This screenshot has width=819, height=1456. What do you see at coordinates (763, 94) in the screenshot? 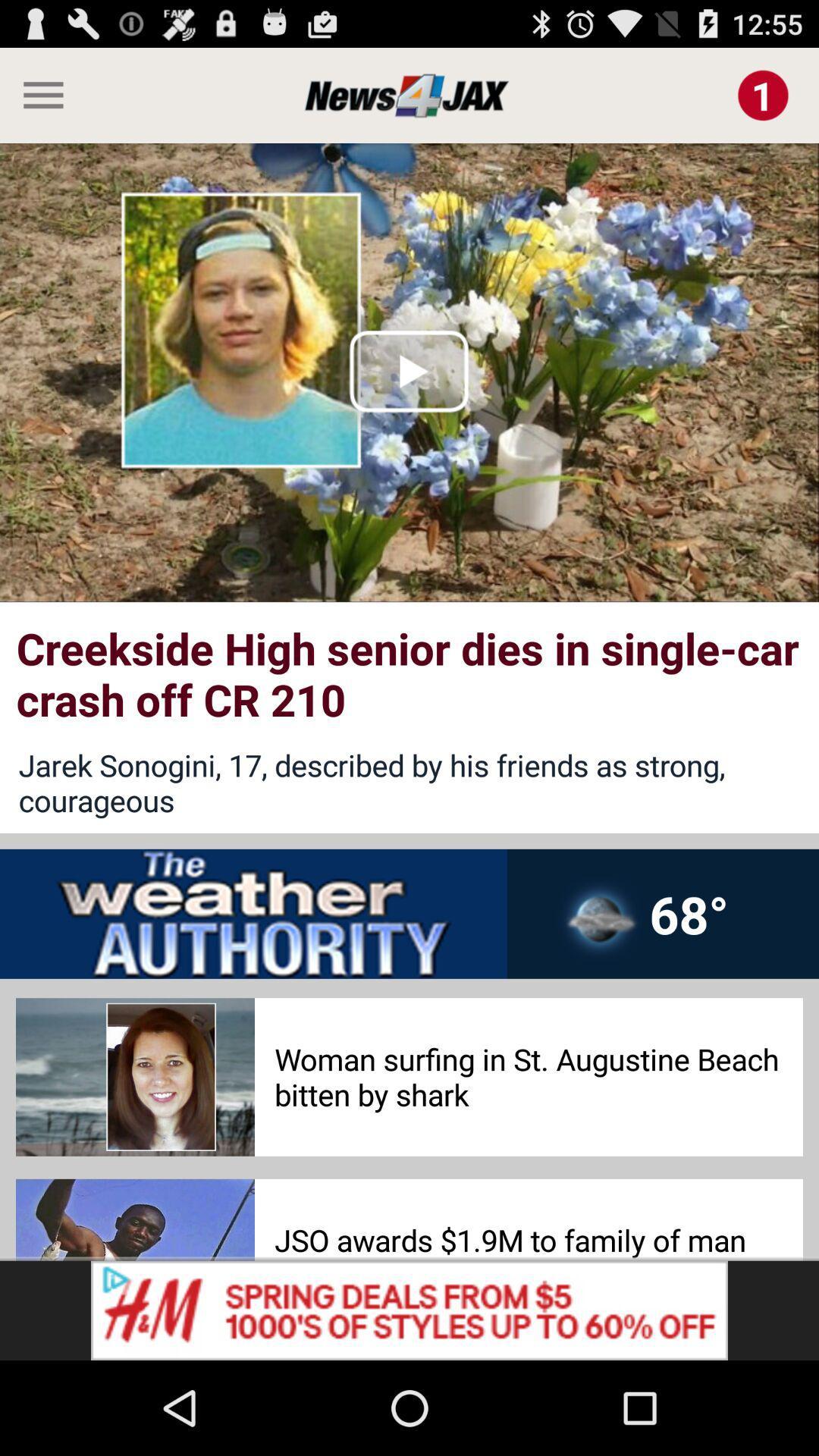
I see `notification` at bounding box center [763, 94].